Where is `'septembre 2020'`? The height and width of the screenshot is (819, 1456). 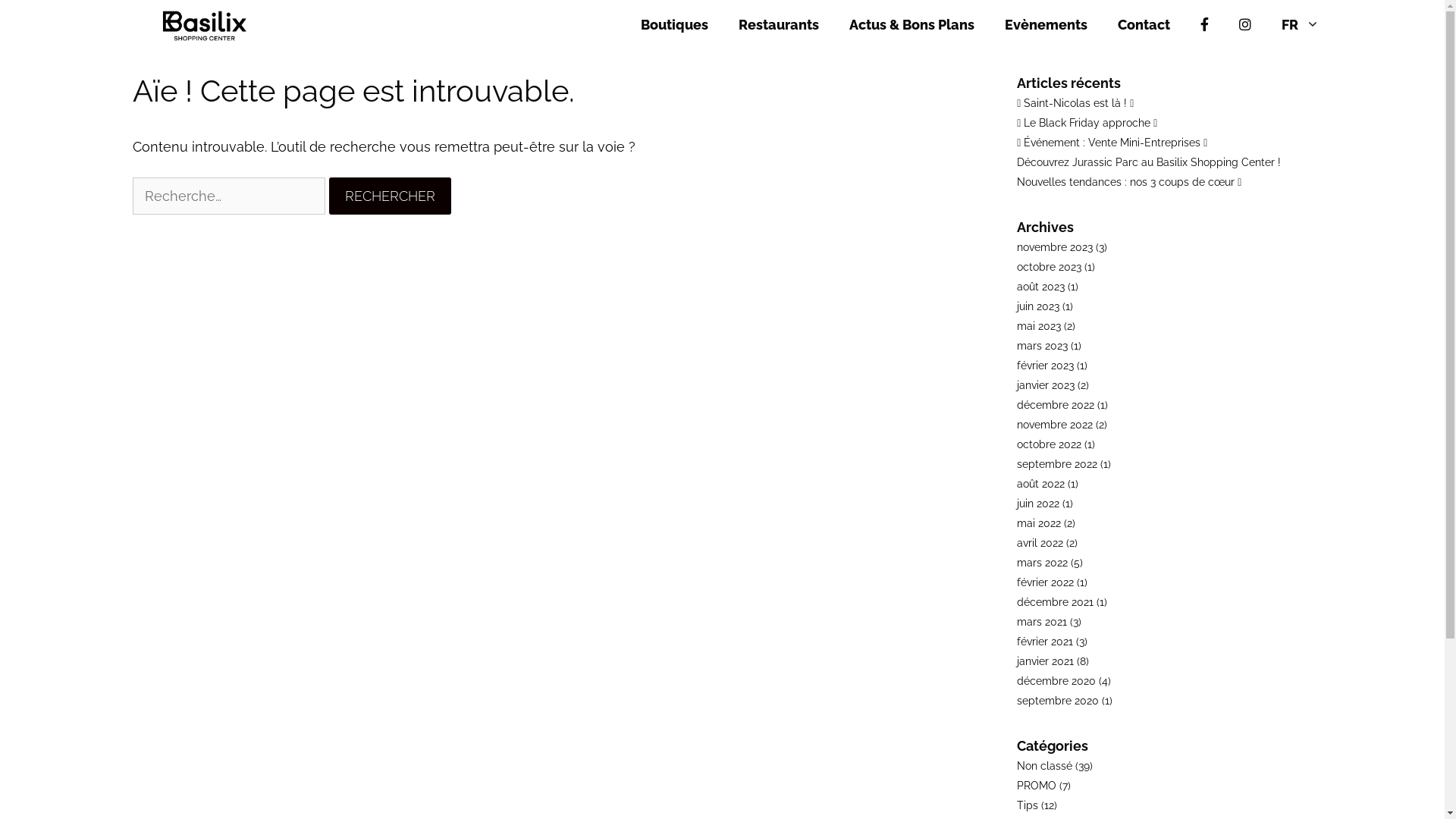 'septembre 2020' is located at coordinates (1057, 701).